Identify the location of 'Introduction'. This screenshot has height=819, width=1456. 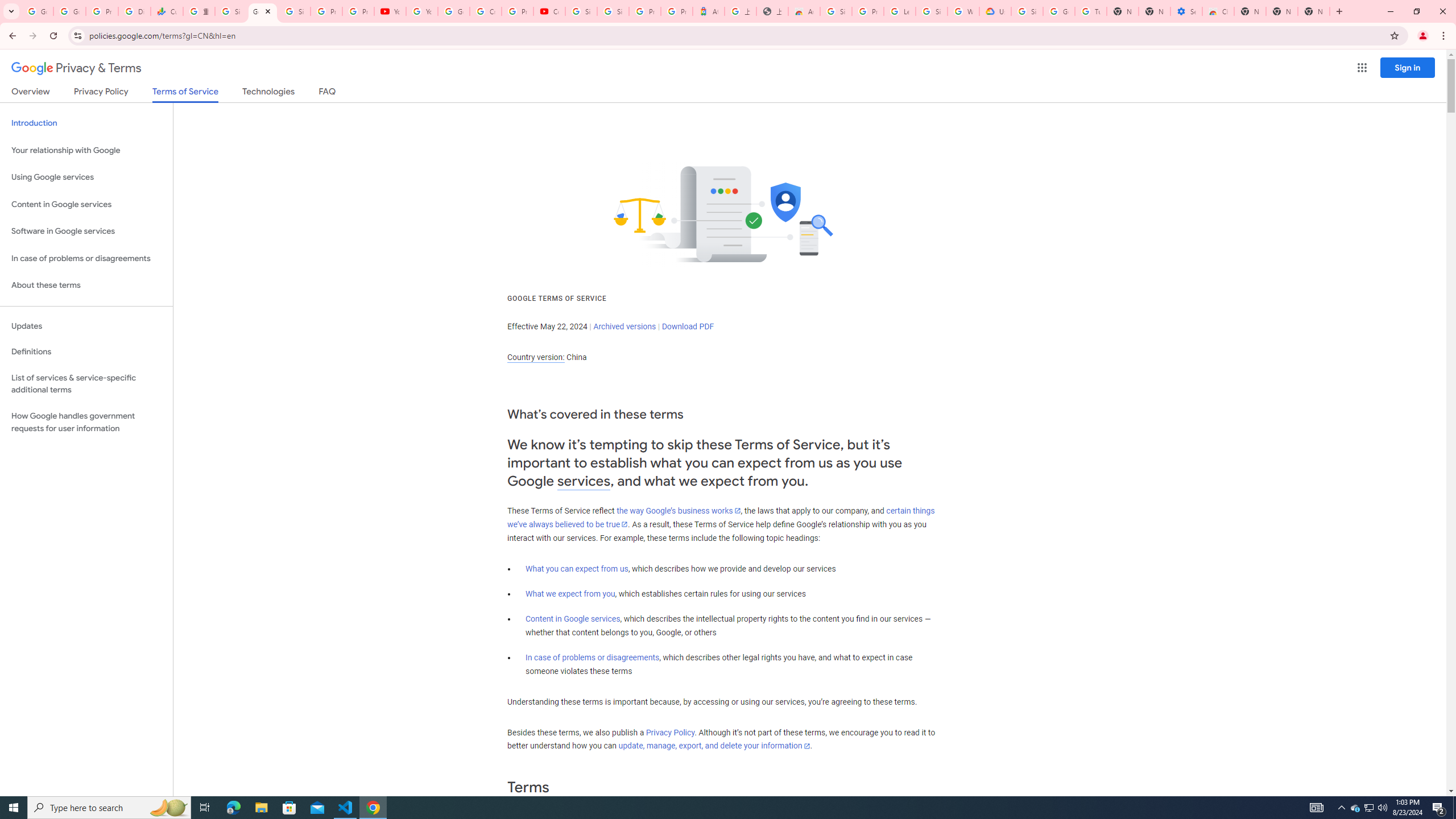
(86, 122).